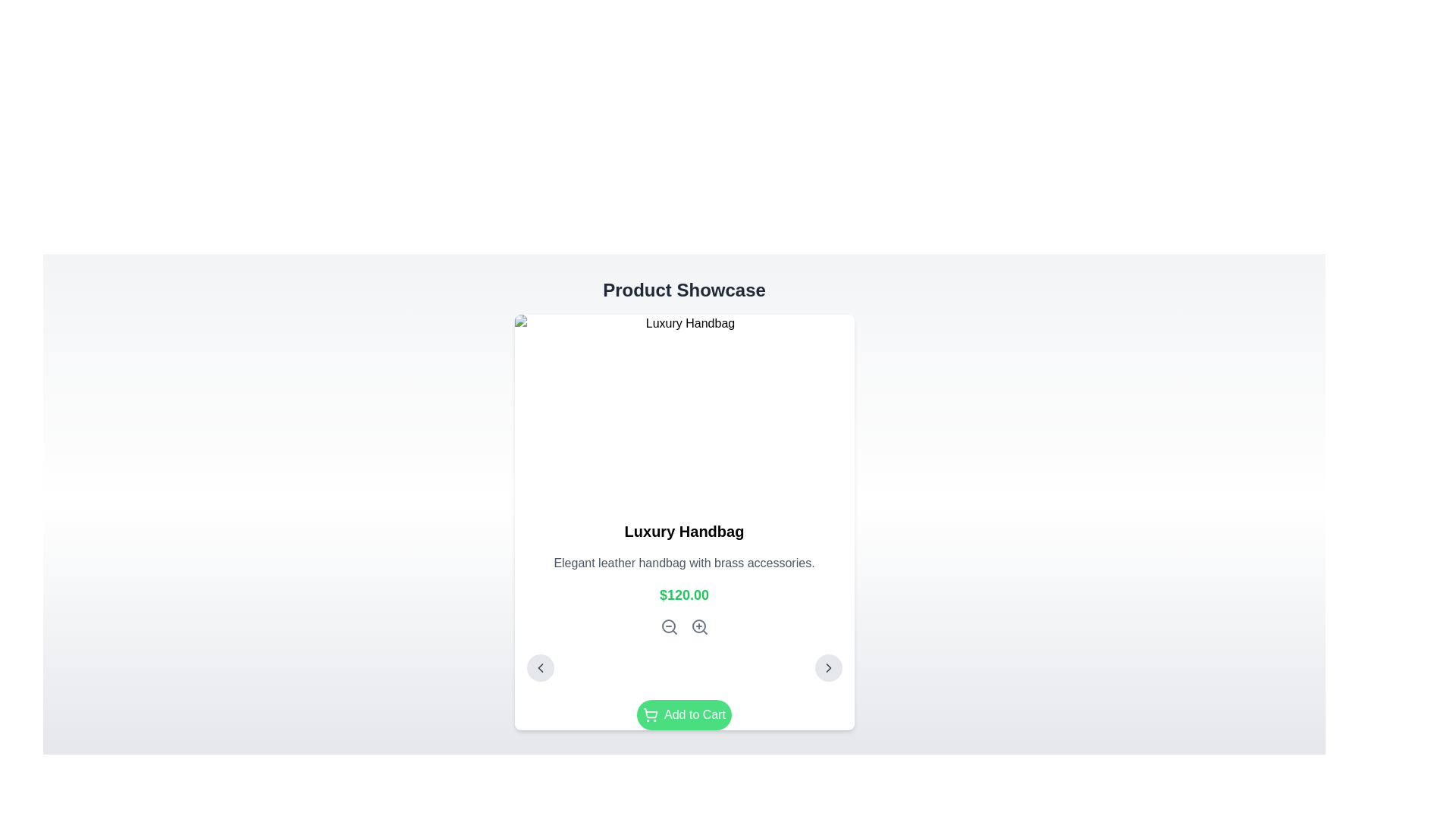 This screenshot has width=1456, height=819. Describe the element at coordinates (651, 714) in the screenshot. I see `the shopping cart icon located within the green 'Add to Cart' button at the bottom center of the interface` at that location.